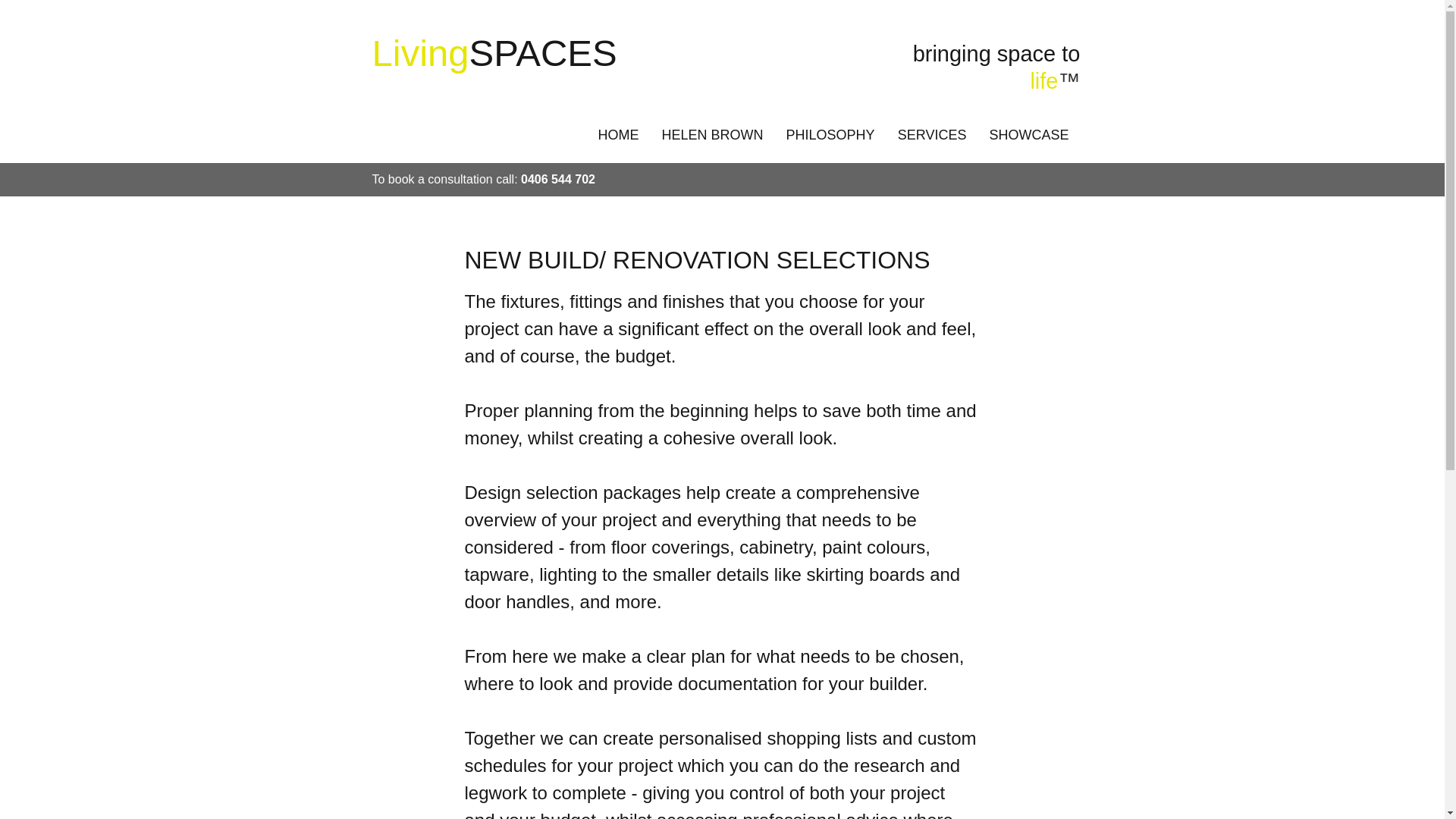 This screenshot has height=819, width=1456. I want to click on 'LivingSPACES', so click(494, 52).